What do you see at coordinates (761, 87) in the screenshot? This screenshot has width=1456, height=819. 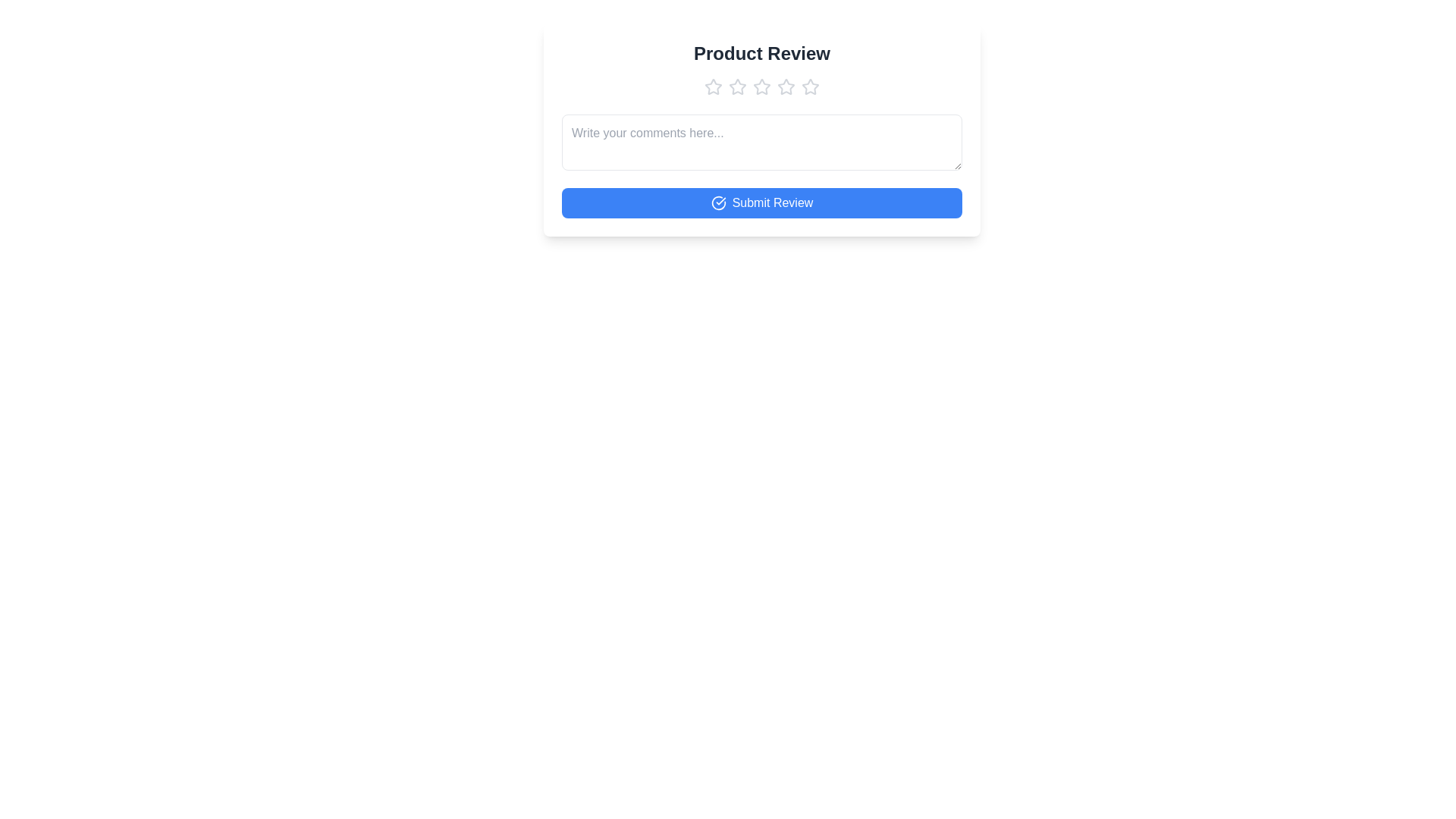 I see `the star corresponding to the desired rating 3` at bounding box center [761, 87].